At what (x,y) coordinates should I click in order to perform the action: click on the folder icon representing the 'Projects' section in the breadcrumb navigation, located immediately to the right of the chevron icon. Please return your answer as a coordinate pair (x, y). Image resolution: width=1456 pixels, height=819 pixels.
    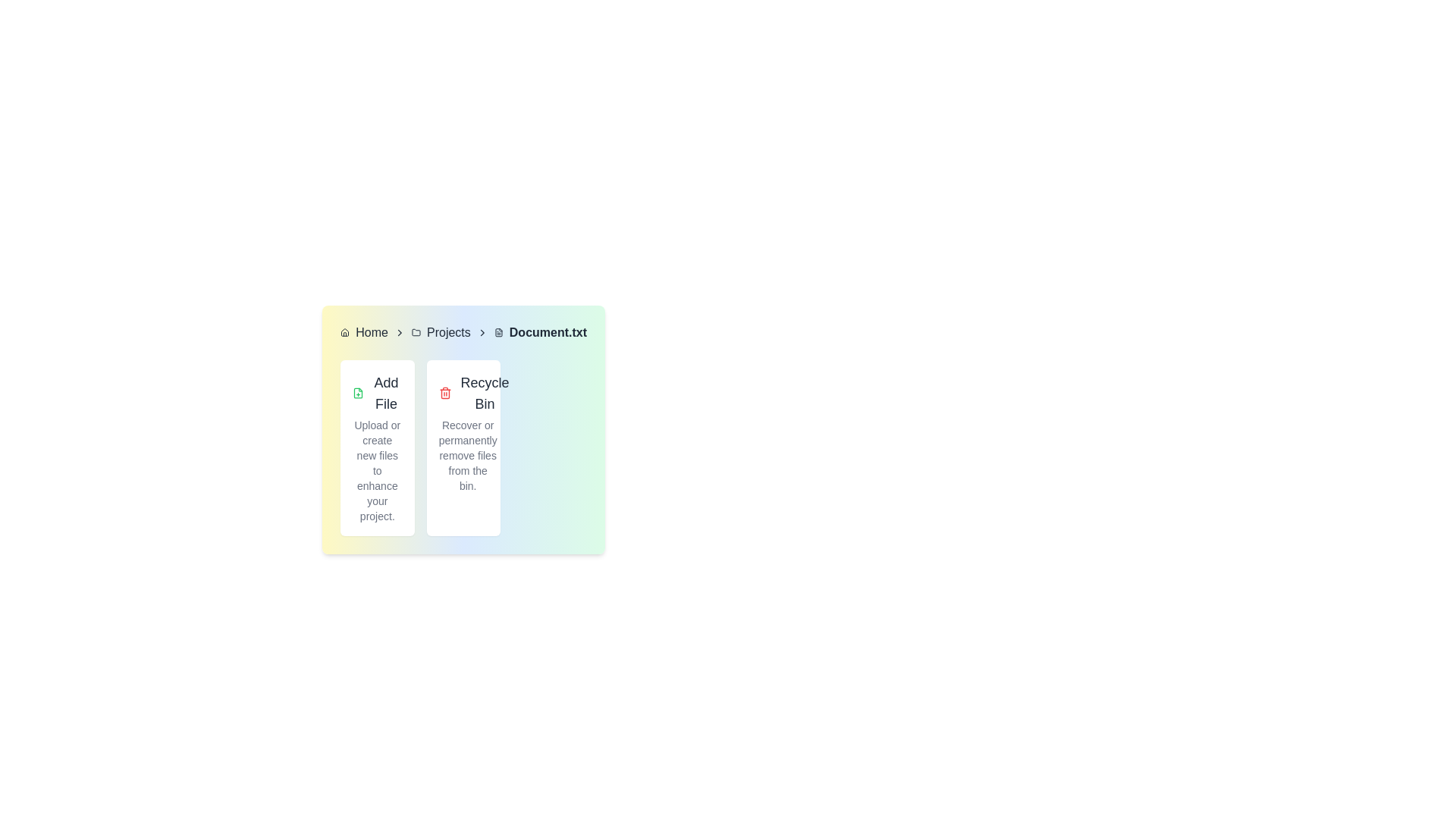
    Looking at the image, I should click on (416, 332).